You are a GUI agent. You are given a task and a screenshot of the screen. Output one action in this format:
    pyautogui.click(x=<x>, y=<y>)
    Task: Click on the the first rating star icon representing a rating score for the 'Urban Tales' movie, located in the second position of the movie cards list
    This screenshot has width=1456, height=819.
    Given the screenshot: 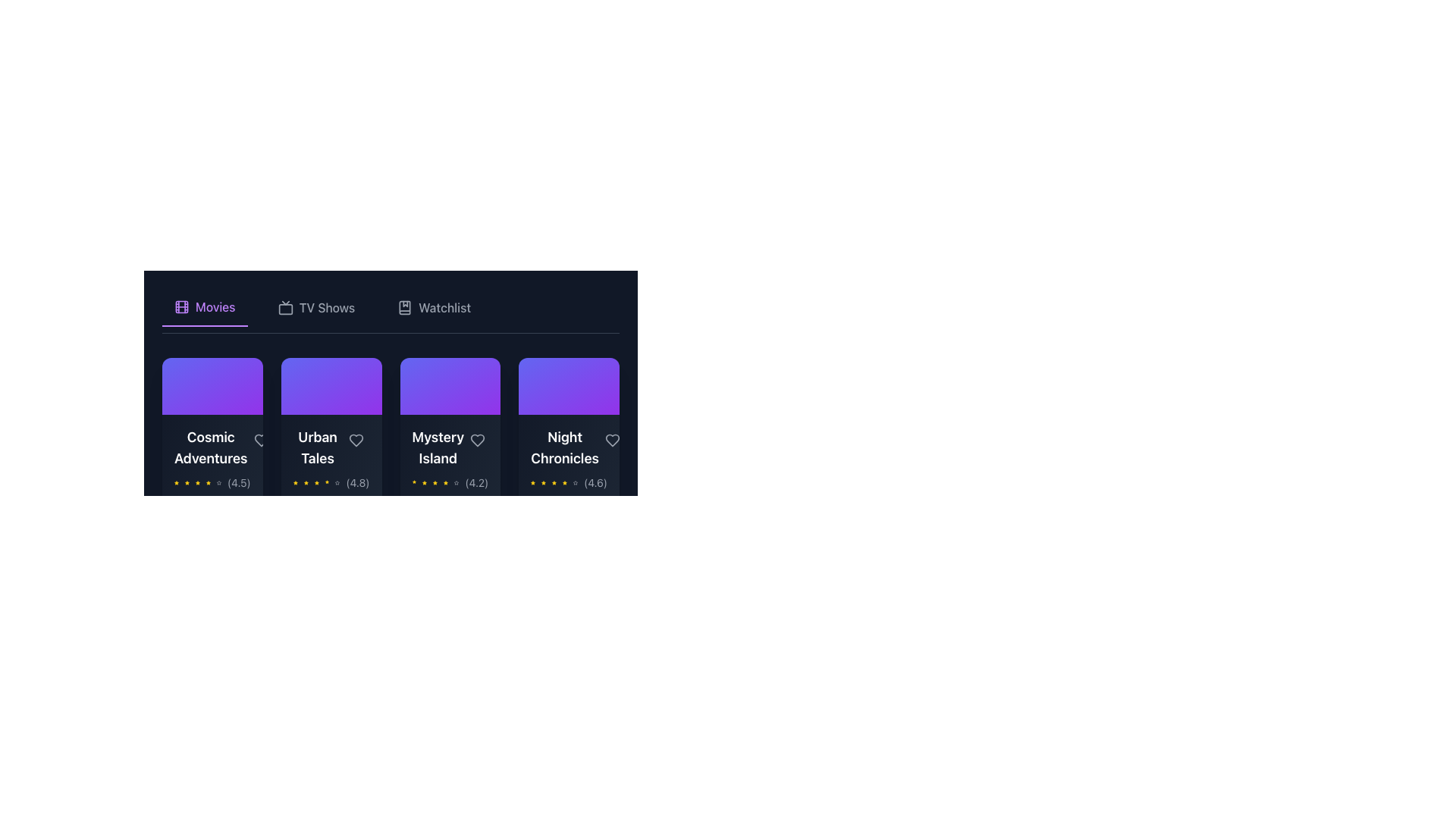 What is the action you would take?
    pyautogui.click(x=295, y=482)
    